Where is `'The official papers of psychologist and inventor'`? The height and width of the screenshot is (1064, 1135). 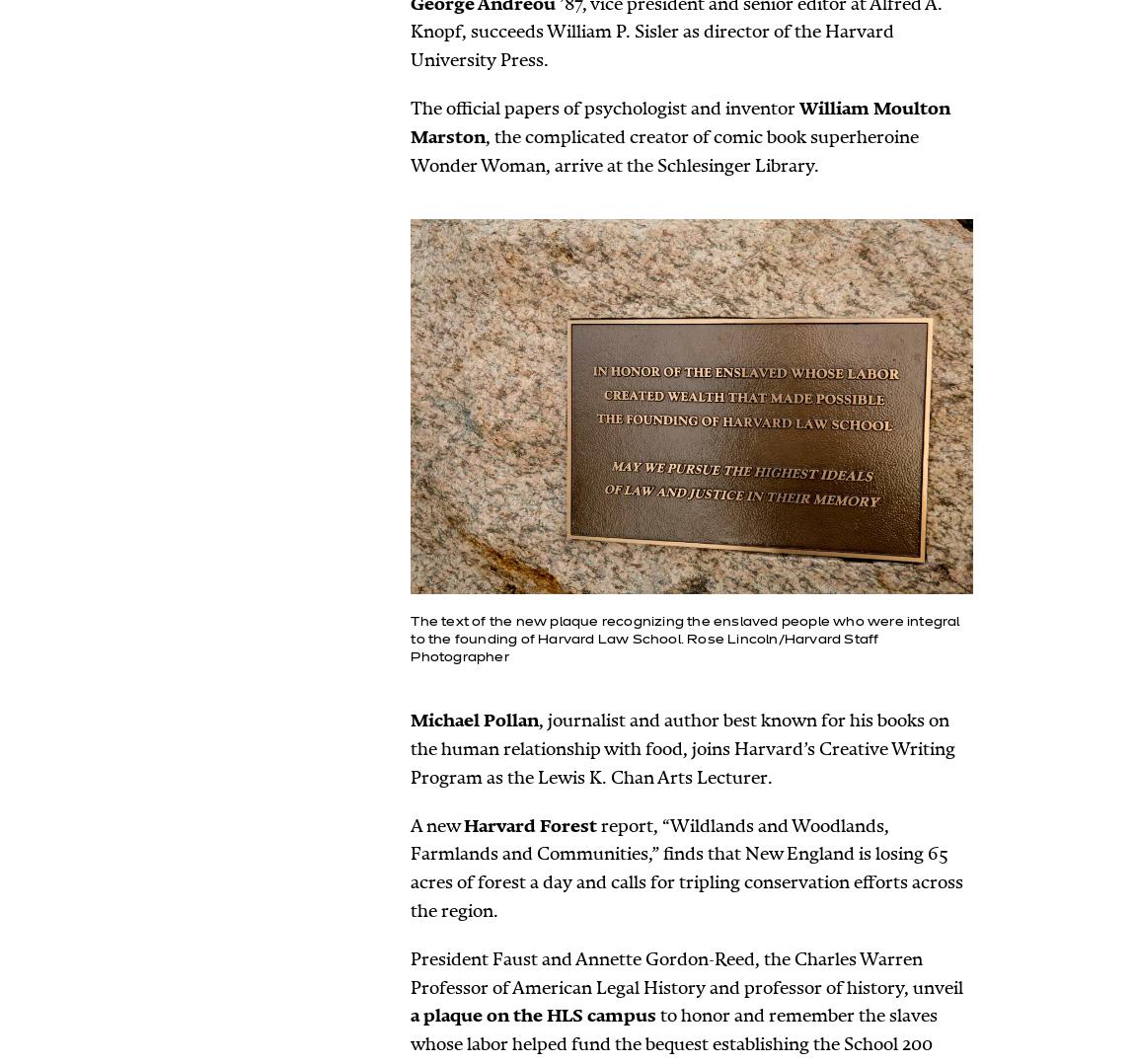 'The official papers of psychologist and inventor' is located at coordinates (603, 107).